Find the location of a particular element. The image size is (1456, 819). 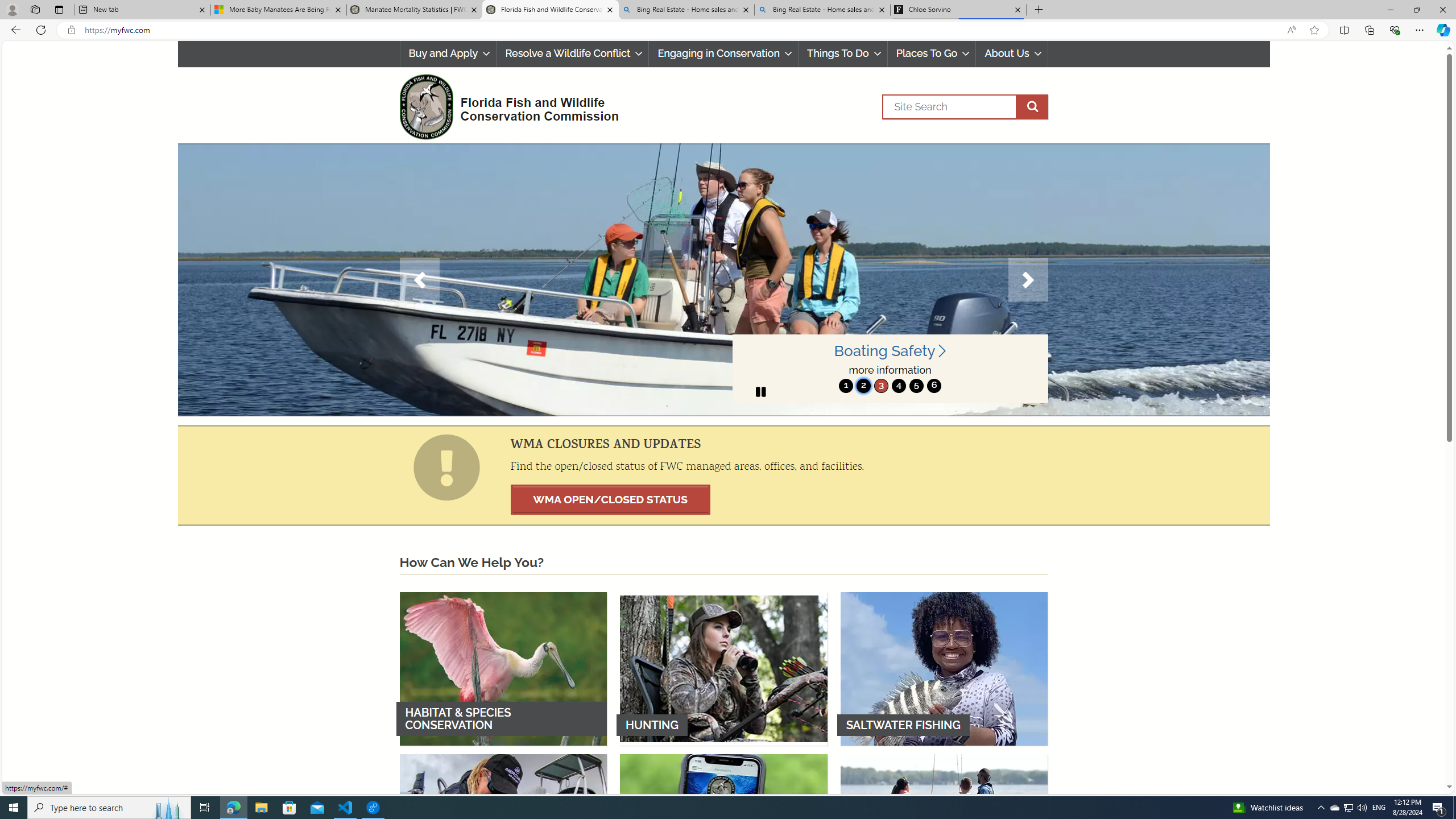

'Tab actions menu' is located at coordinates (58, 9).